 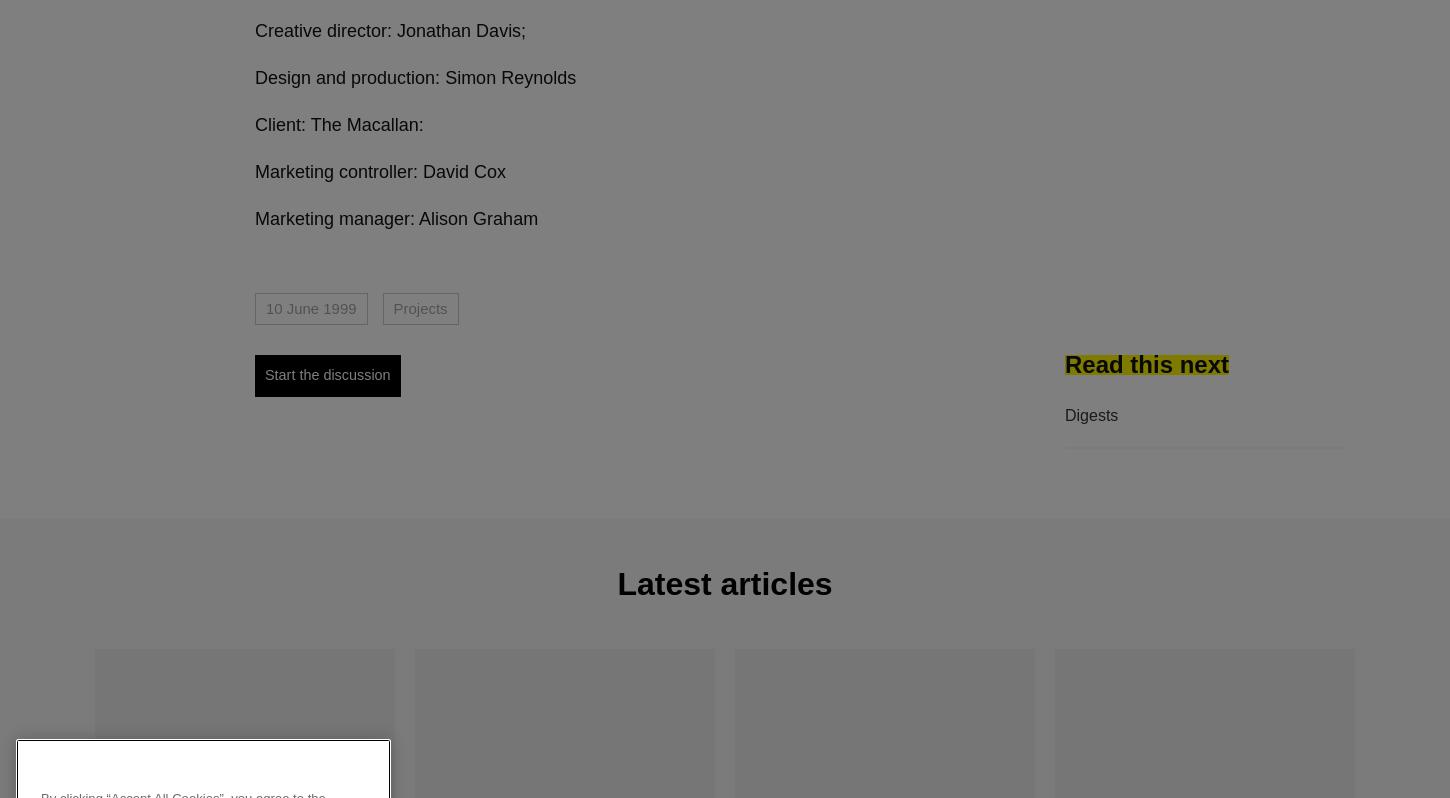 I want to click on 'Start the discussion', so click(x=327, y=374).